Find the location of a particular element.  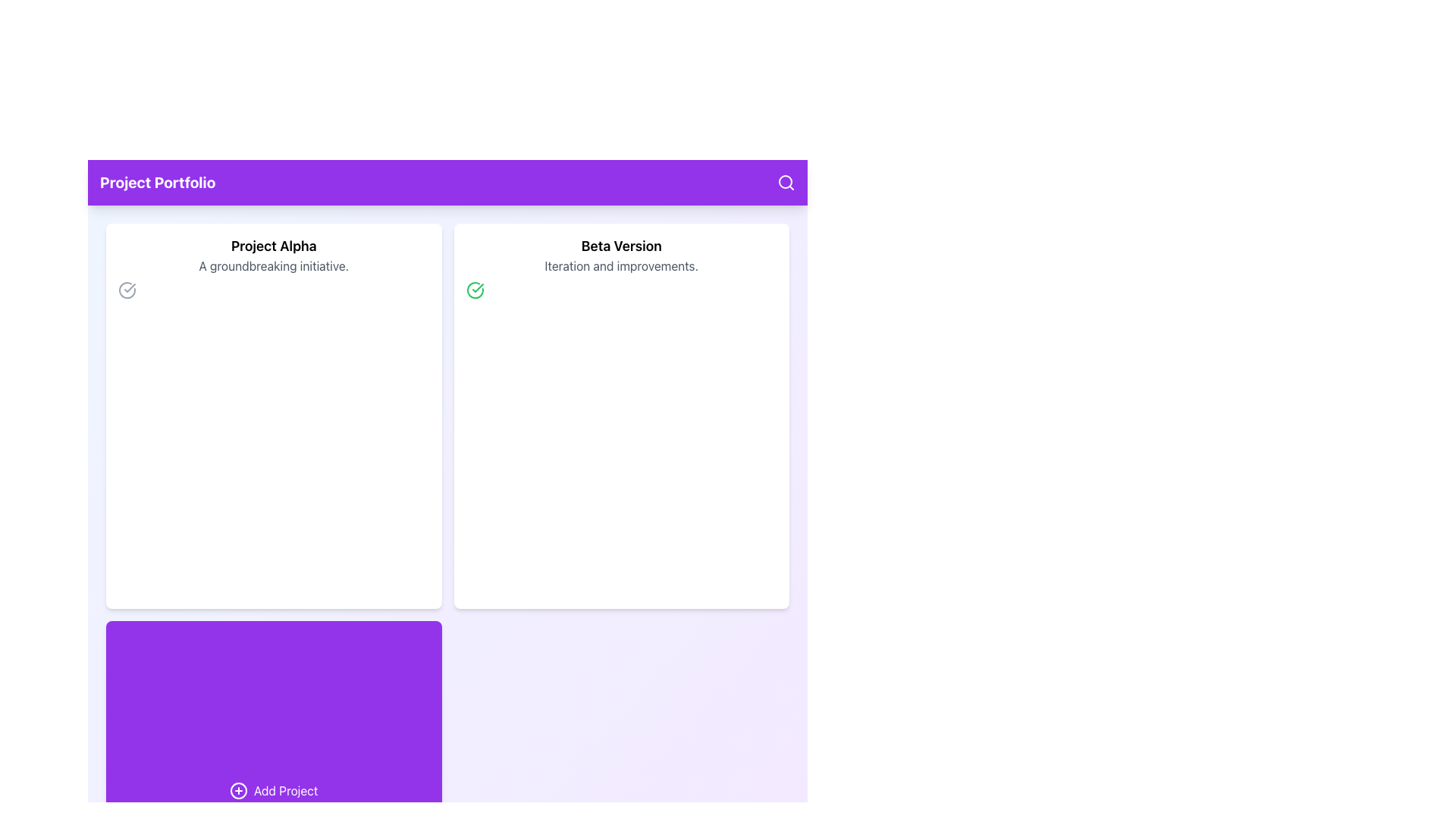

the circular vector graphic element that resembles an outline of a circle in light gray, located at the top left inside the 'Project Alpha' card is located at coordinates (127, 290).